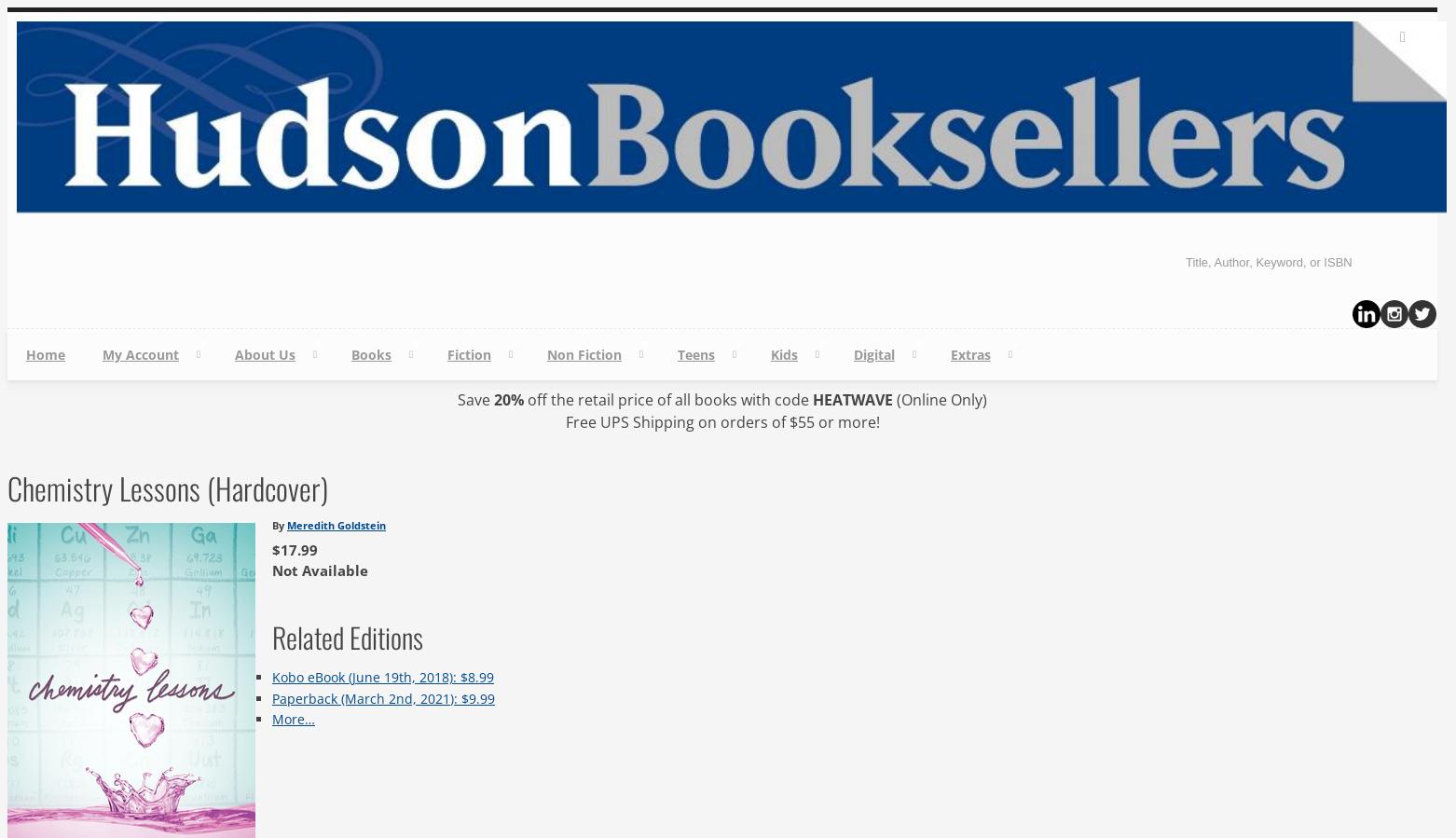  I want to click on 'off the retail price of all books with code', so click(524, 399).